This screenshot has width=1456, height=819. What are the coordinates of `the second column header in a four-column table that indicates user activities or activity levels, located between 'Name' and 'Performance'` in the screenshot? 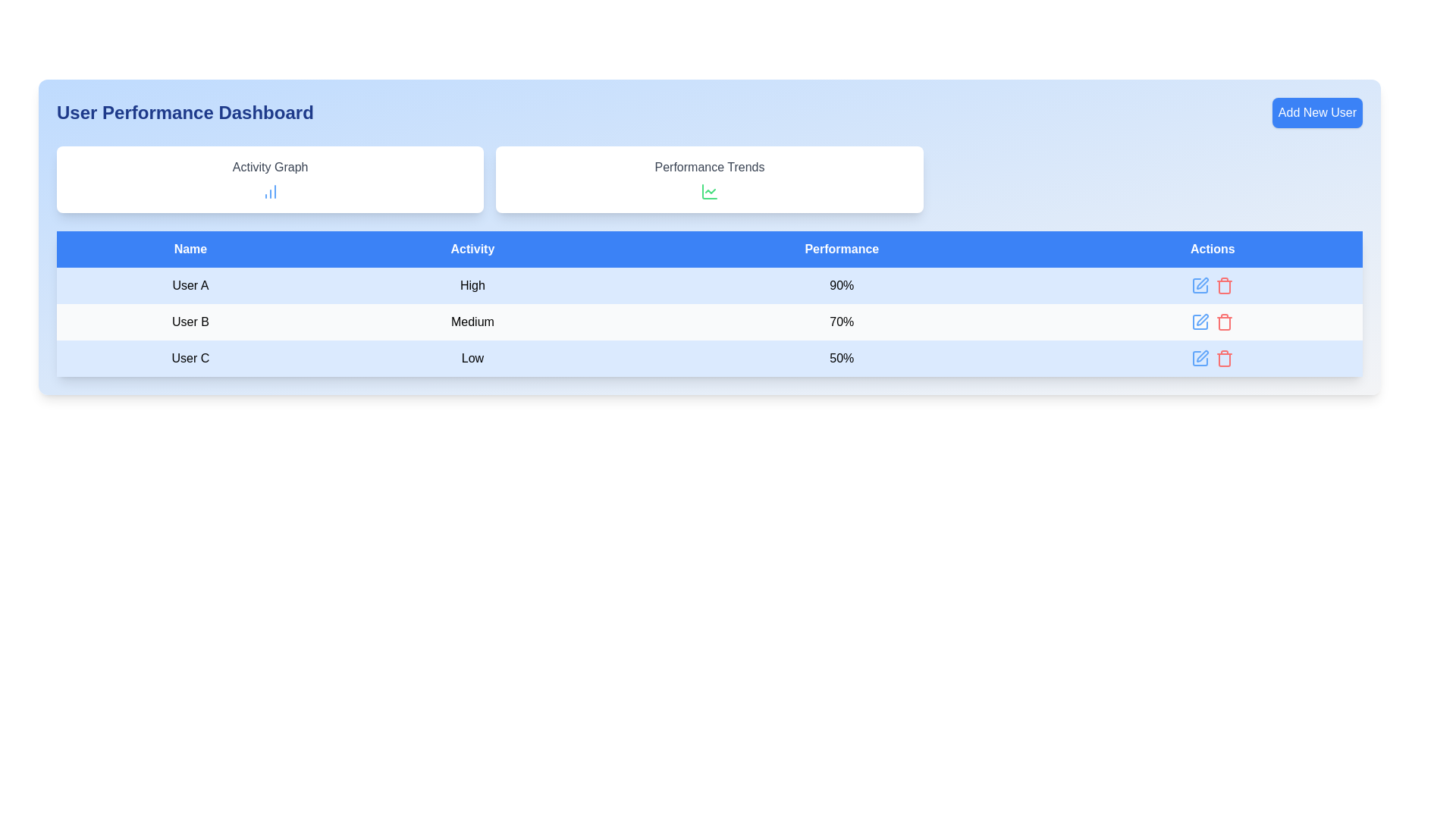 It's located at (472, 248).